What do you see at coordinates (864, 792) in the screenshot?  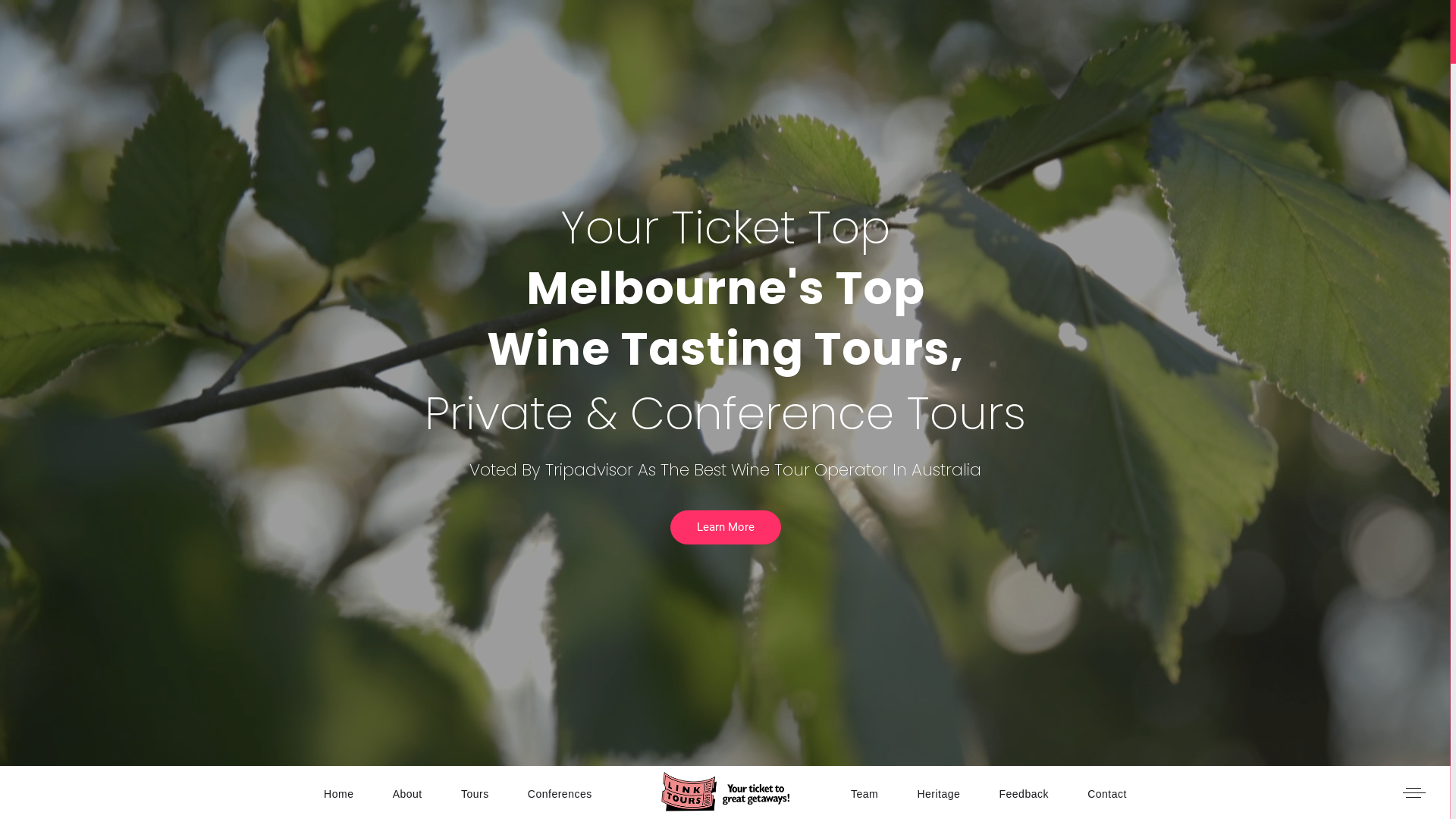 I see `'Team'` at bounding box center [864, 792].